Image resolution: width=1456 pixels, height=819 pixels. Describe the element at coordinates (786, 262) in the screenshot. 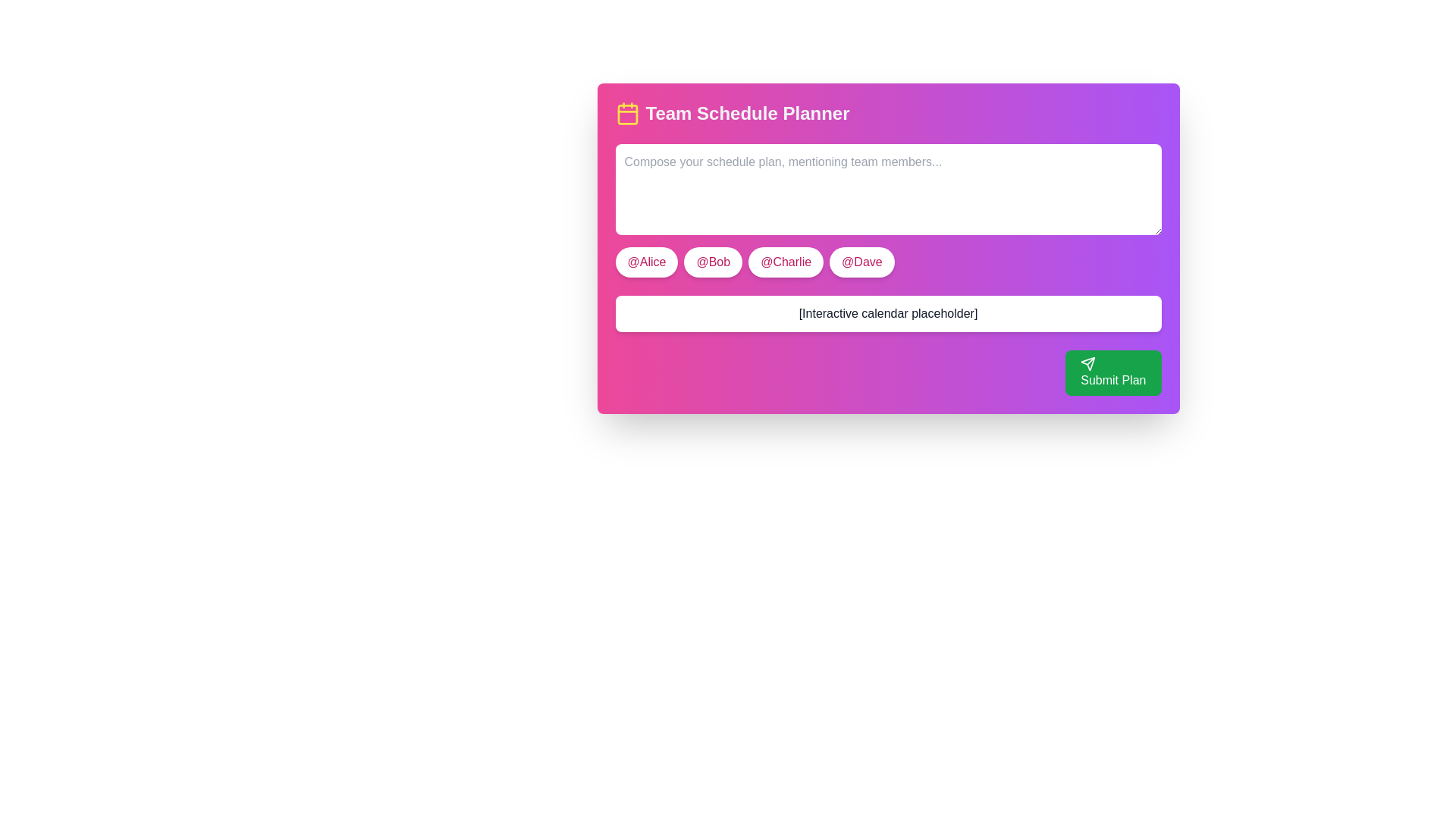

I see `the button styled as a rounded label with a white background and pink text displaying '@Charlie'` at that location.